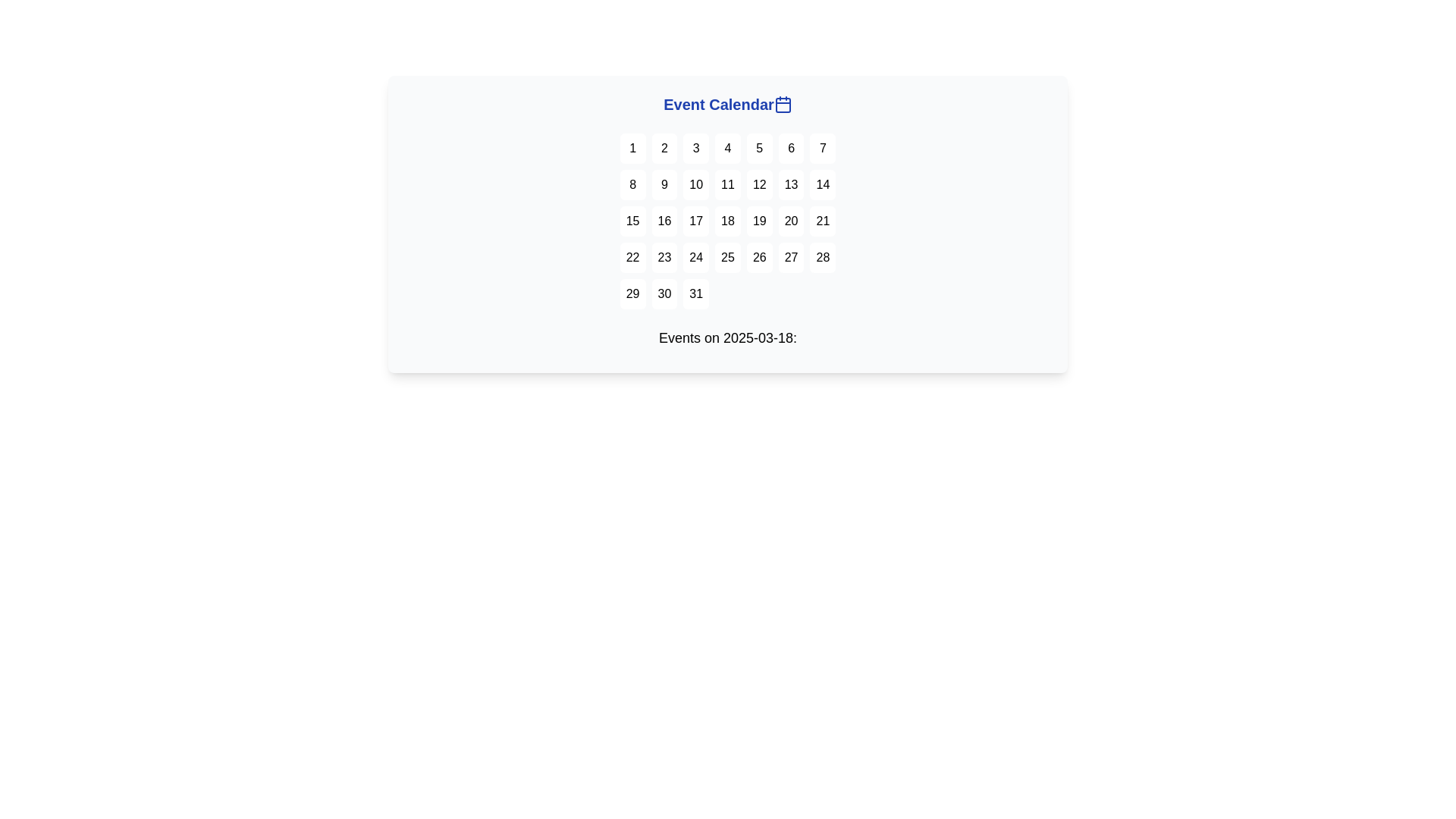  What do you see at coordinates (790, 221) in the screenshot?
I see `the calendar date element displaying the number '20'` at bounding box center [790, 221].